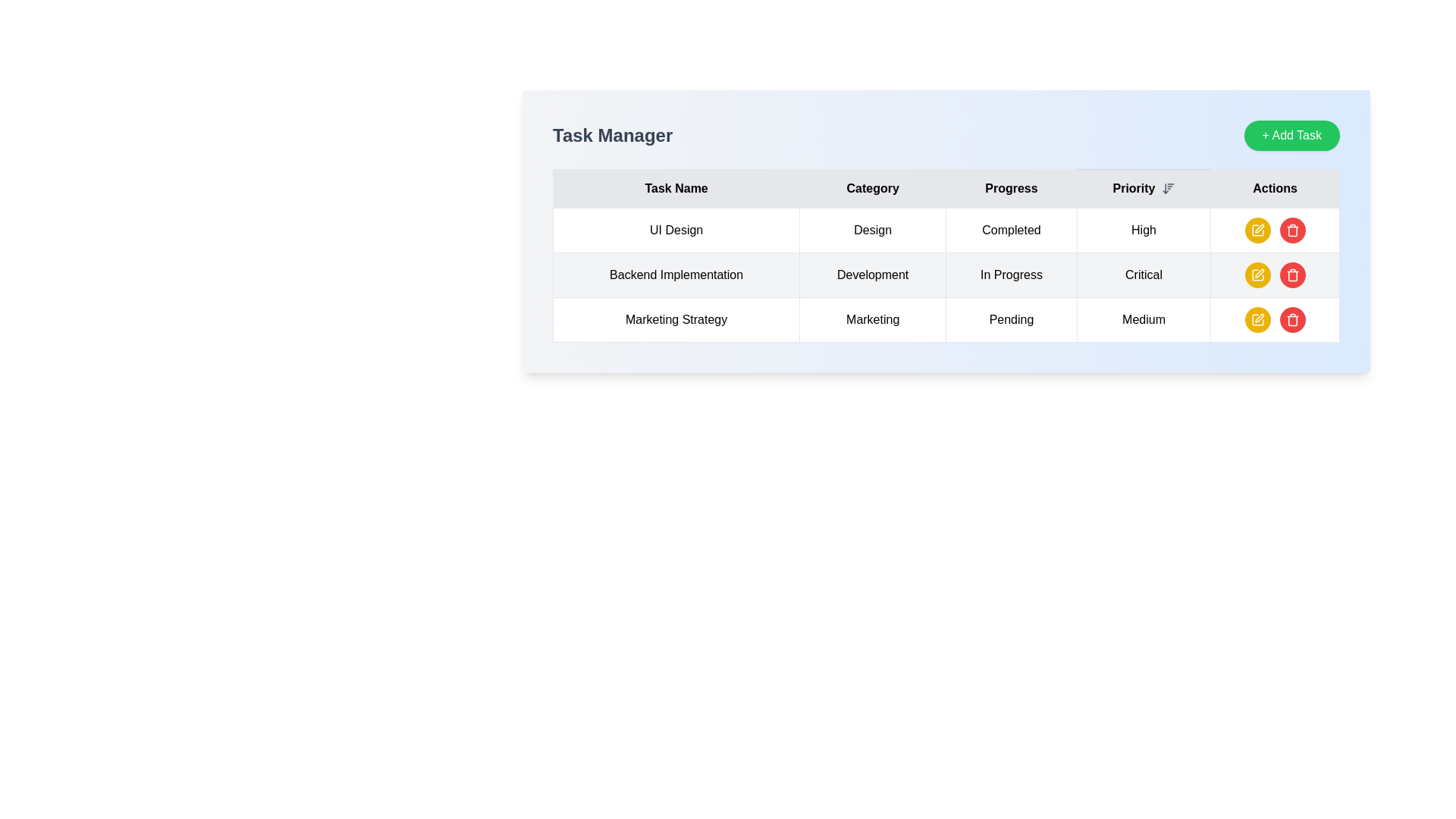 The height and width of the screenshot is (819, 1456). Describe the element at coordinates (676, 188) in the screenshot. I see `the 'Task Name' table header cell, which is a text label with centered alignment, a bordered box, and a light gray background, located at the top-left of the table layout` at that location.